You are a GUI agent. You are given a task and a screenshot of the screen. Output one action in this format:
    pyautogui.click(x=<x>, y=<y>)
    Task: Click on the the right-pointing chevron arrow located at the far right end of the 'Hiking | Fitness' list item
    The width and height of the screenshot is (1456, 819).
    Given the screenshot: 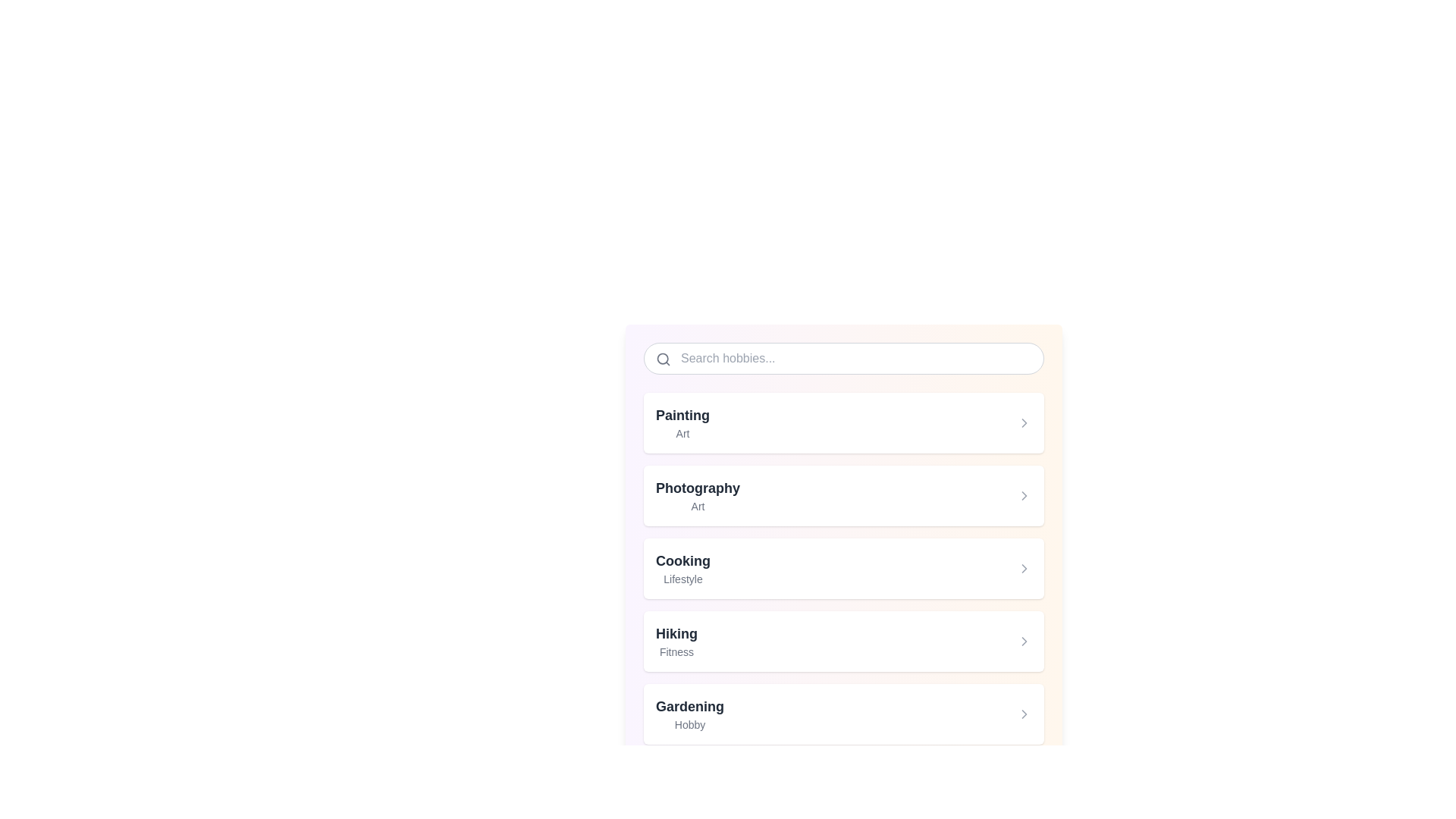 What is the action you would take?
    pyautogui.click(x=1024, y=641)
    